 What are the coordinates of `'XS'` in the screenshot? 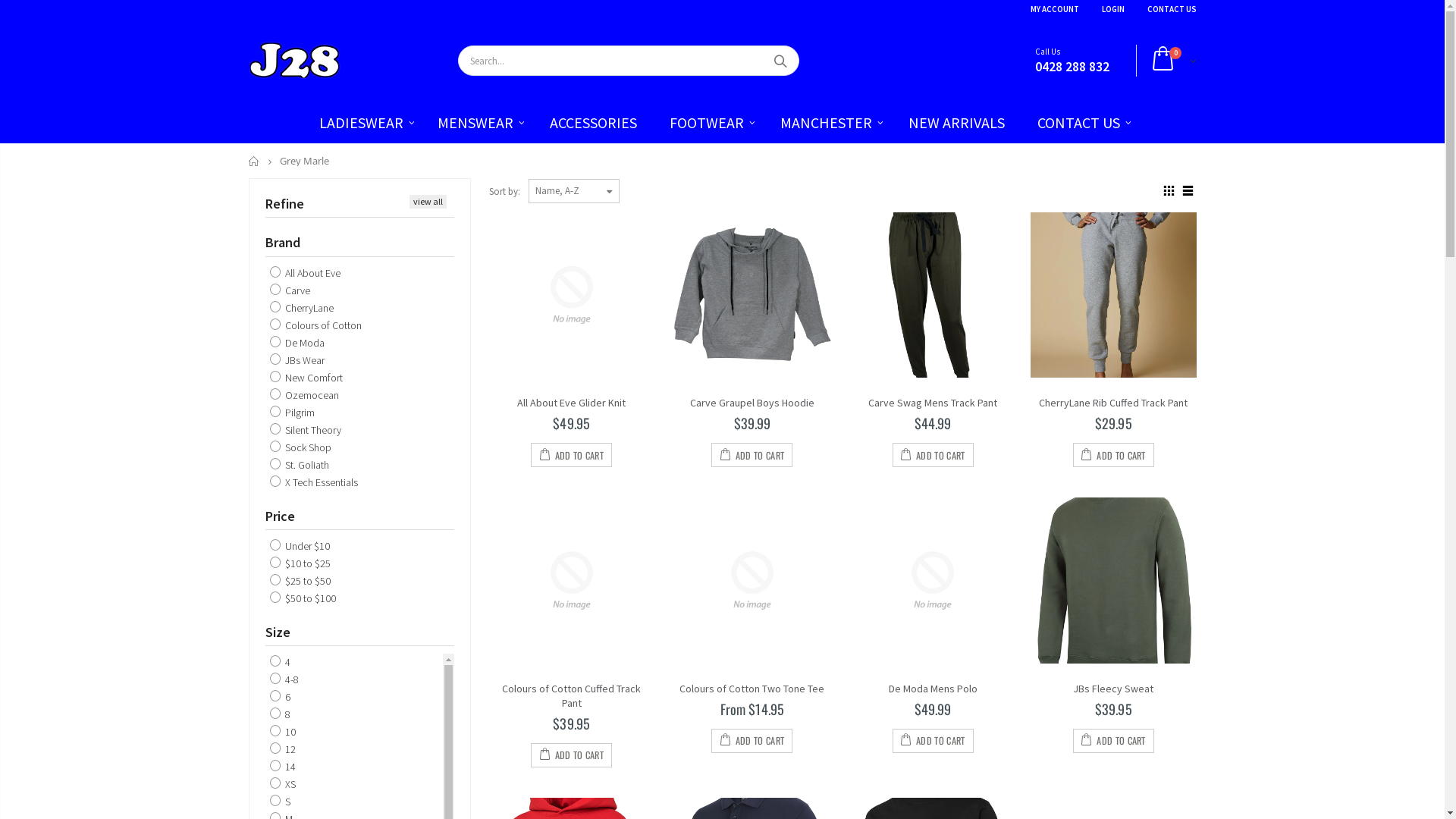 It's located at (283, 783).